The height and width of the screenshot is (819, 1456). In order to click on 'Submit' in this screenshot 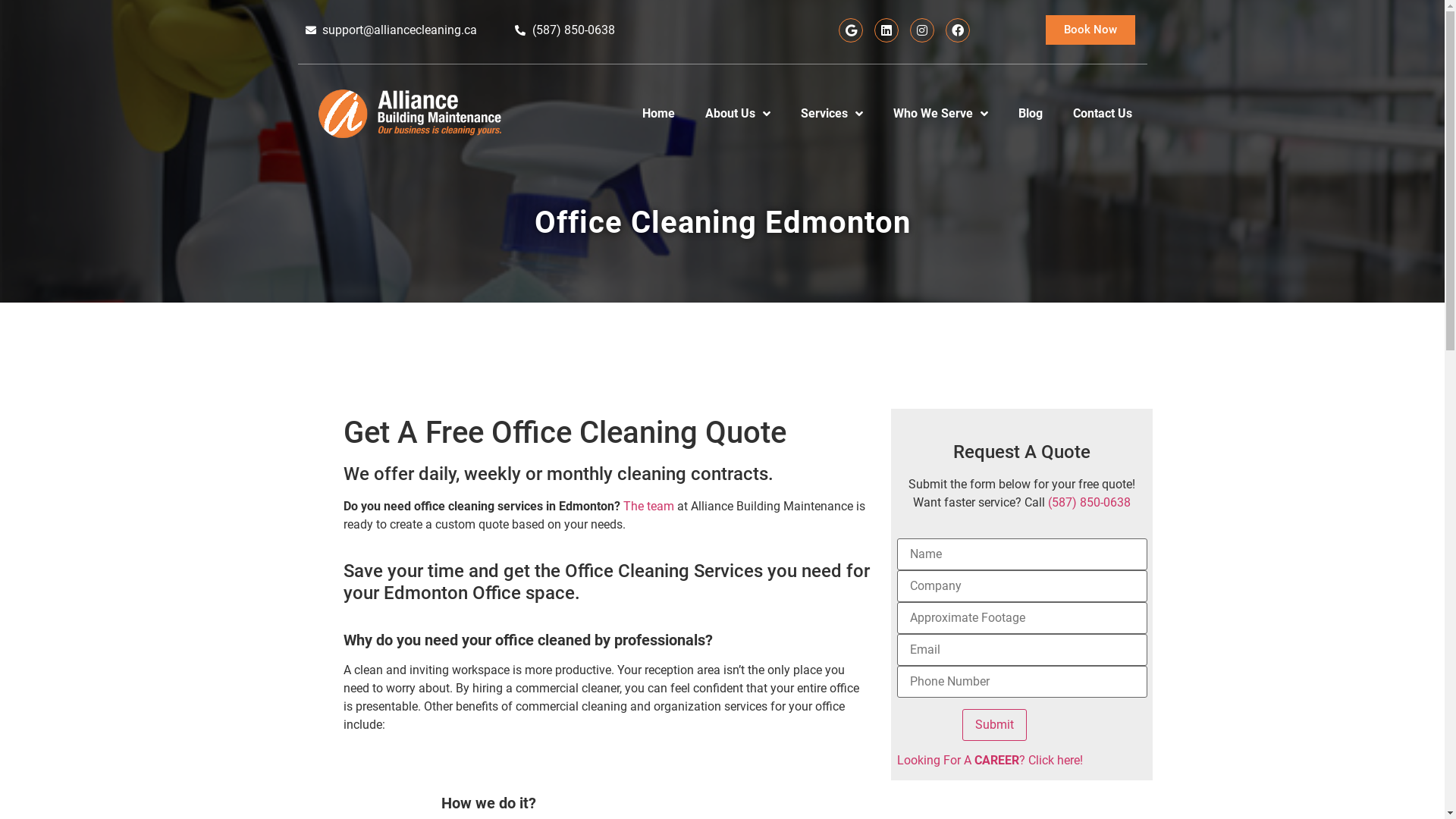, I will do `click(994, 724)`.